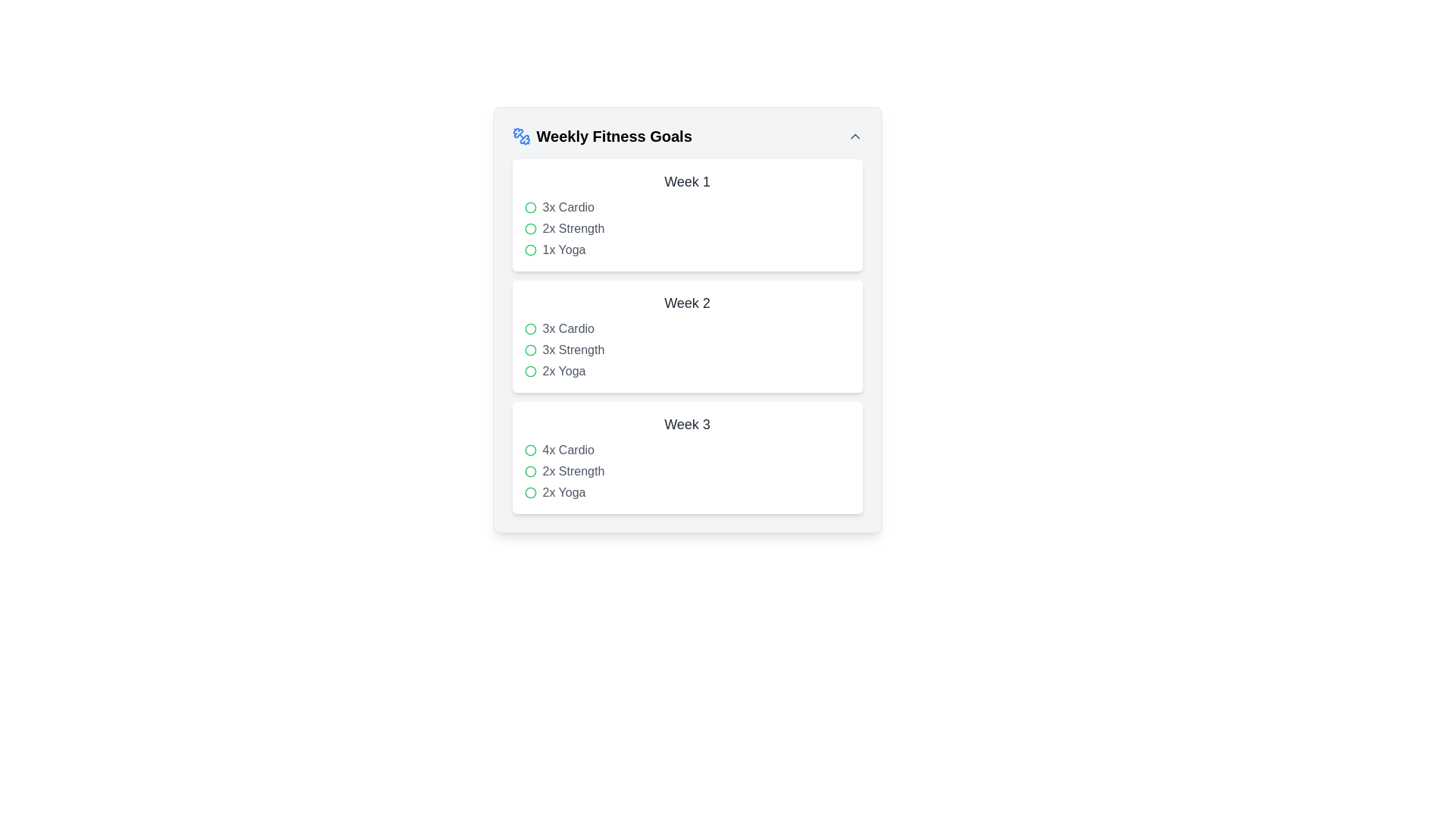 Image resolution: width=1456 pixels, height=819 pixels. Describe the element at coordinates (530, 350) in the screenshot. I see `the circular status indicator located to the left of the text '3x Strength' in the second section under 'Weekly Fitness Goals'` at that location.